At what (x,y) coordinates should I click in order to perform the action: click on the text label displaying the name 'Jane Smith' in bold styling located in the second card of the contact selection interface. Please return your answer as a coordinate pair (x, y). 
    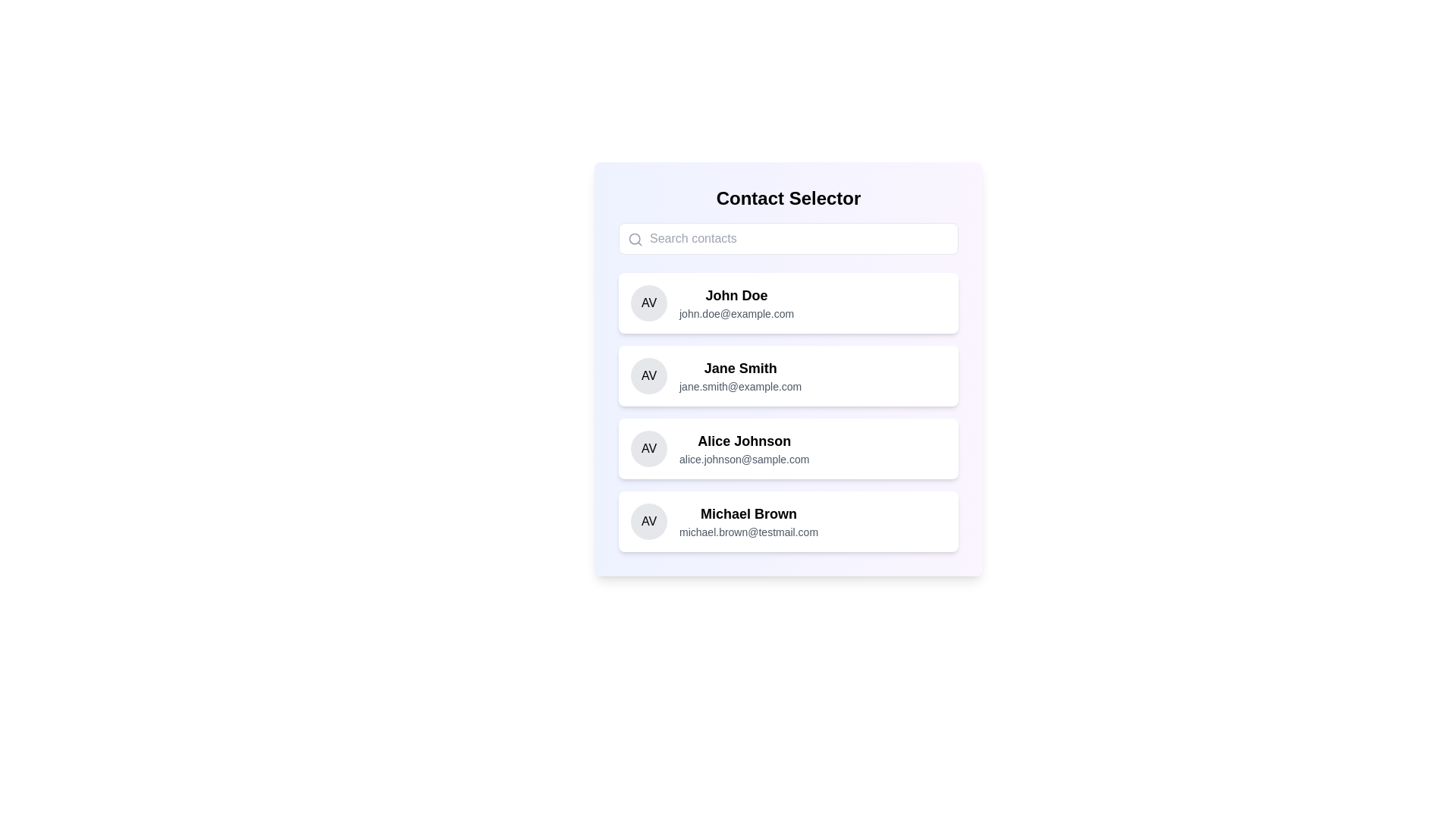
    Looking at the image, I should click on (740, 369).